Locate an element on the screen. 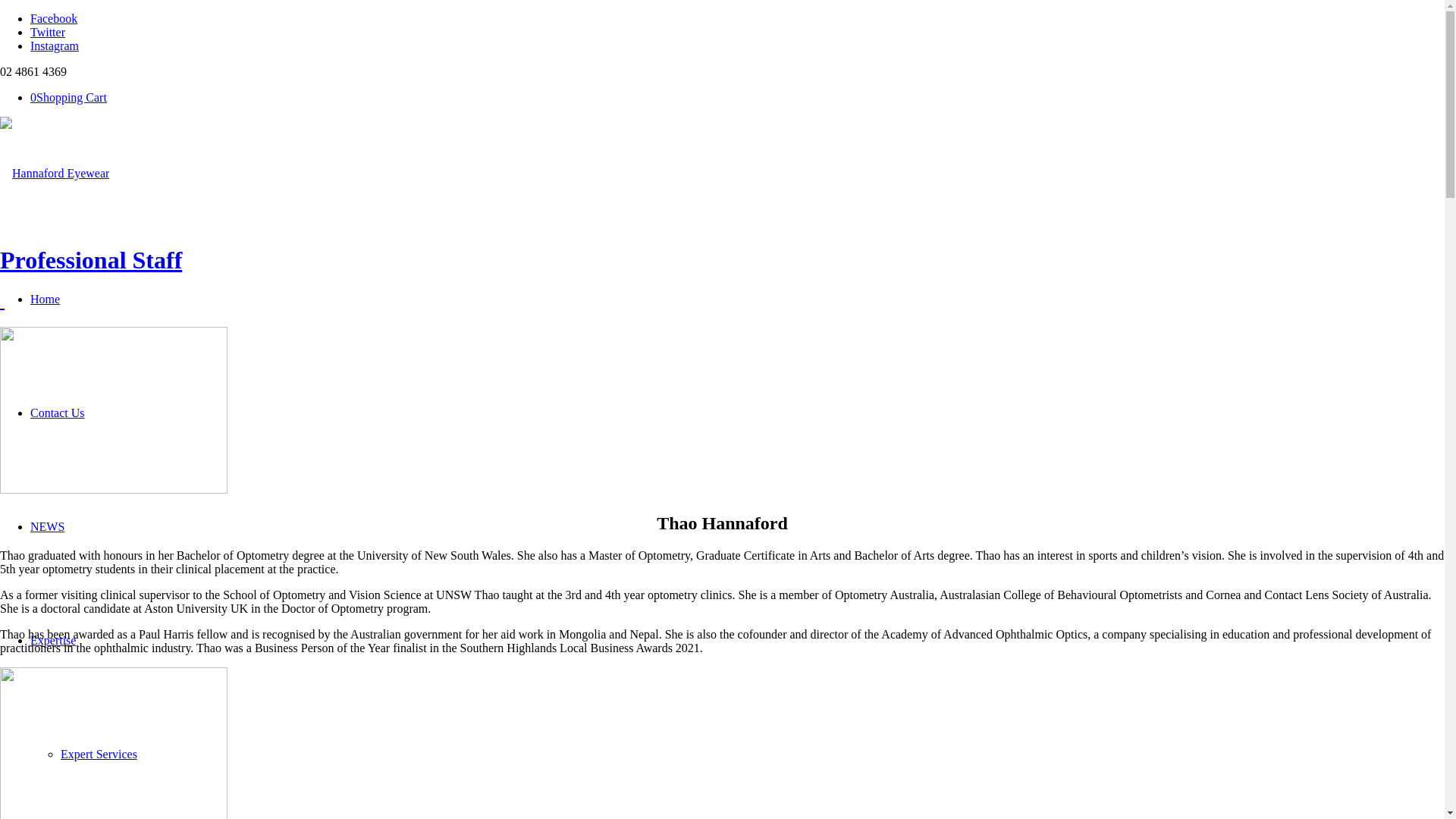  'Expert Services' is located at coordinates (61, 754).